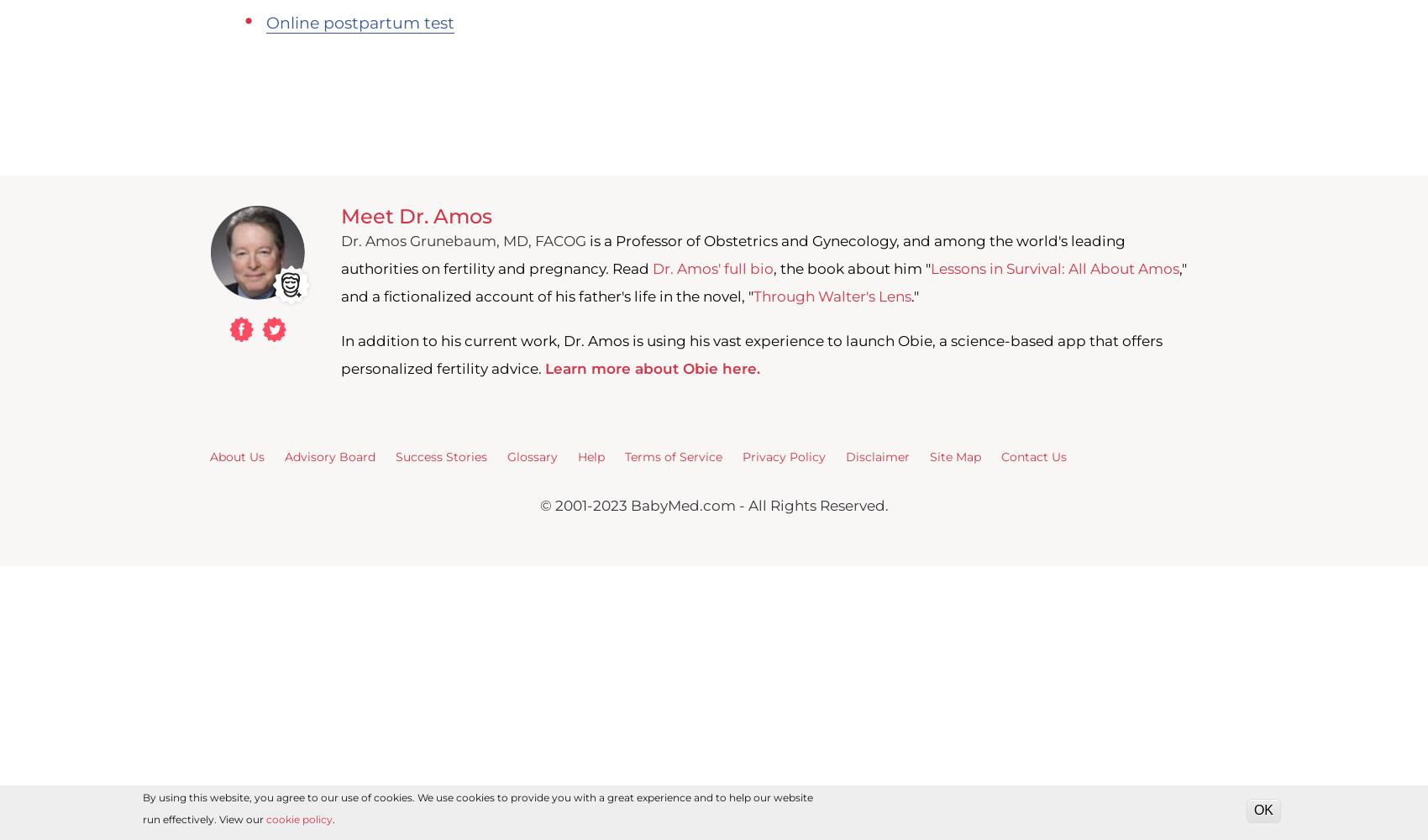 The image size is (1428, 840). What do you see at coordinates (266, 818) in the screenshot?
I see `'cookie policy'` at bounding box center [266, 818].